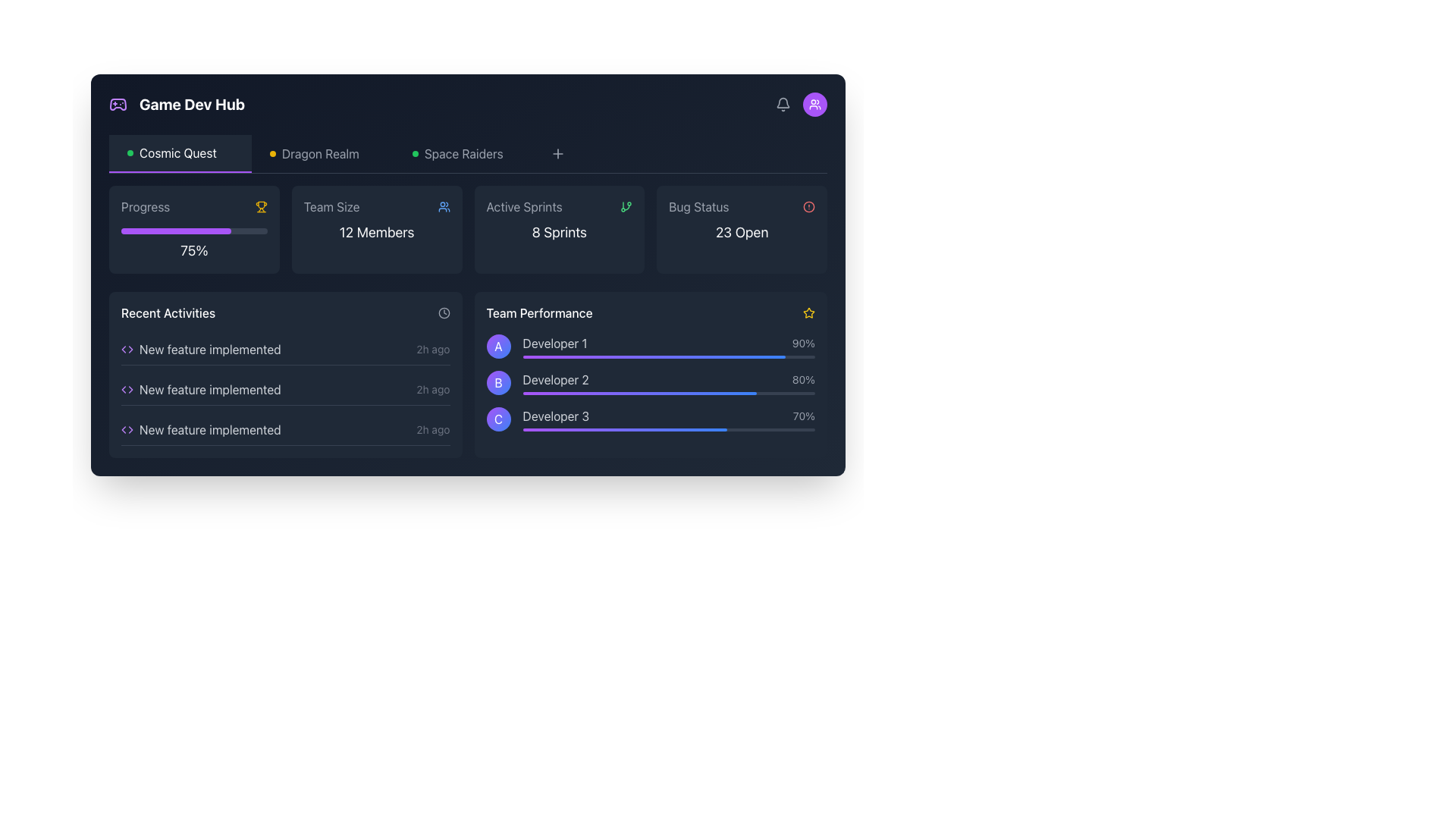 The width and height of the screenshot is (1456, 819). What do you see at coordinates (668, 393) in the screenshot?
I see `the visual progress presented on the horizontal progress bar corresponding to 'Developer 2' in the 'Team Performance' section` at bounding box center [668, 393].